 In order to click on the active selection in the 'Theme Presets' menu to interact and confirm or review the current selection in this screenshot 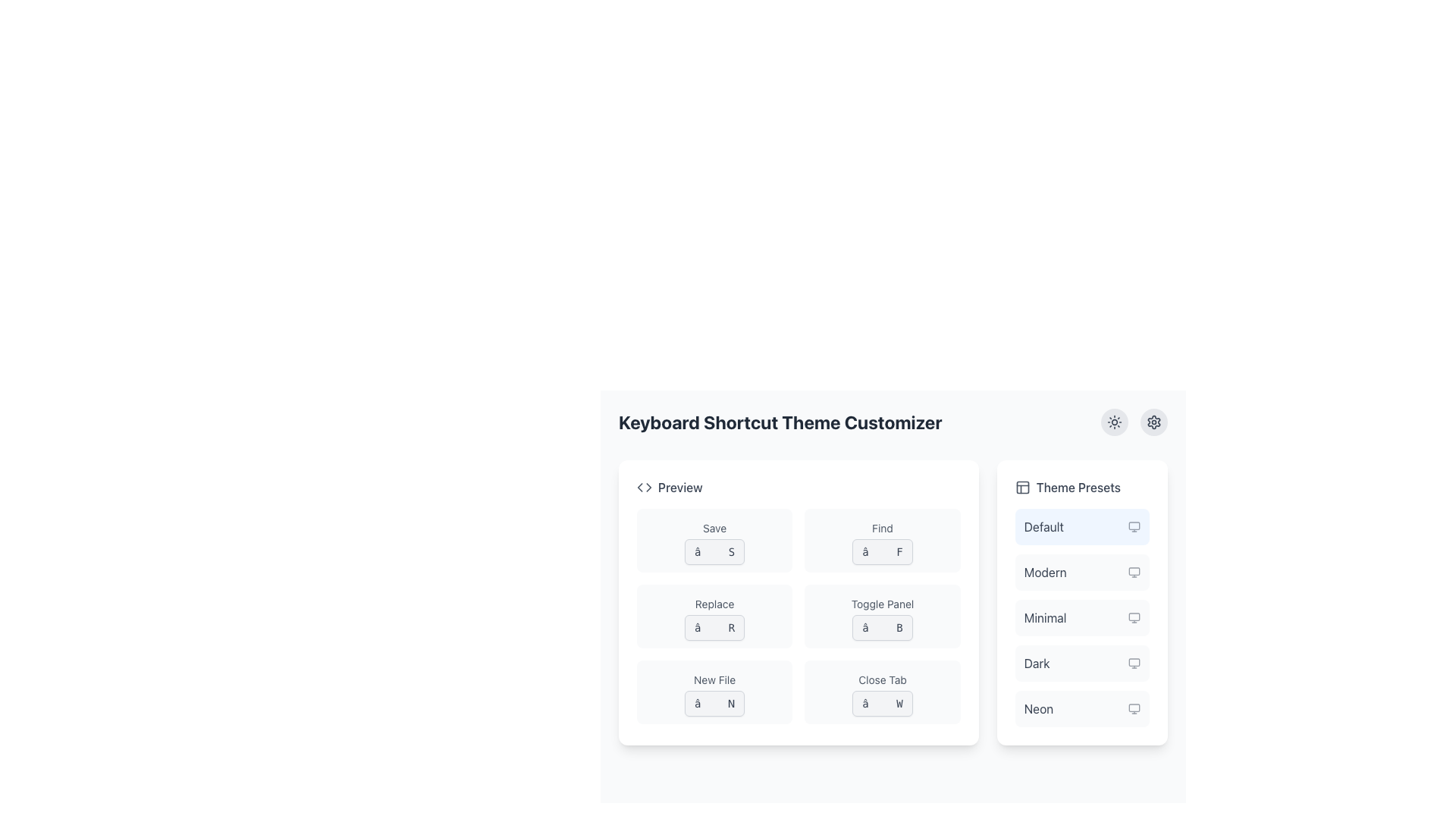, I will do `click(1043, 526)`.